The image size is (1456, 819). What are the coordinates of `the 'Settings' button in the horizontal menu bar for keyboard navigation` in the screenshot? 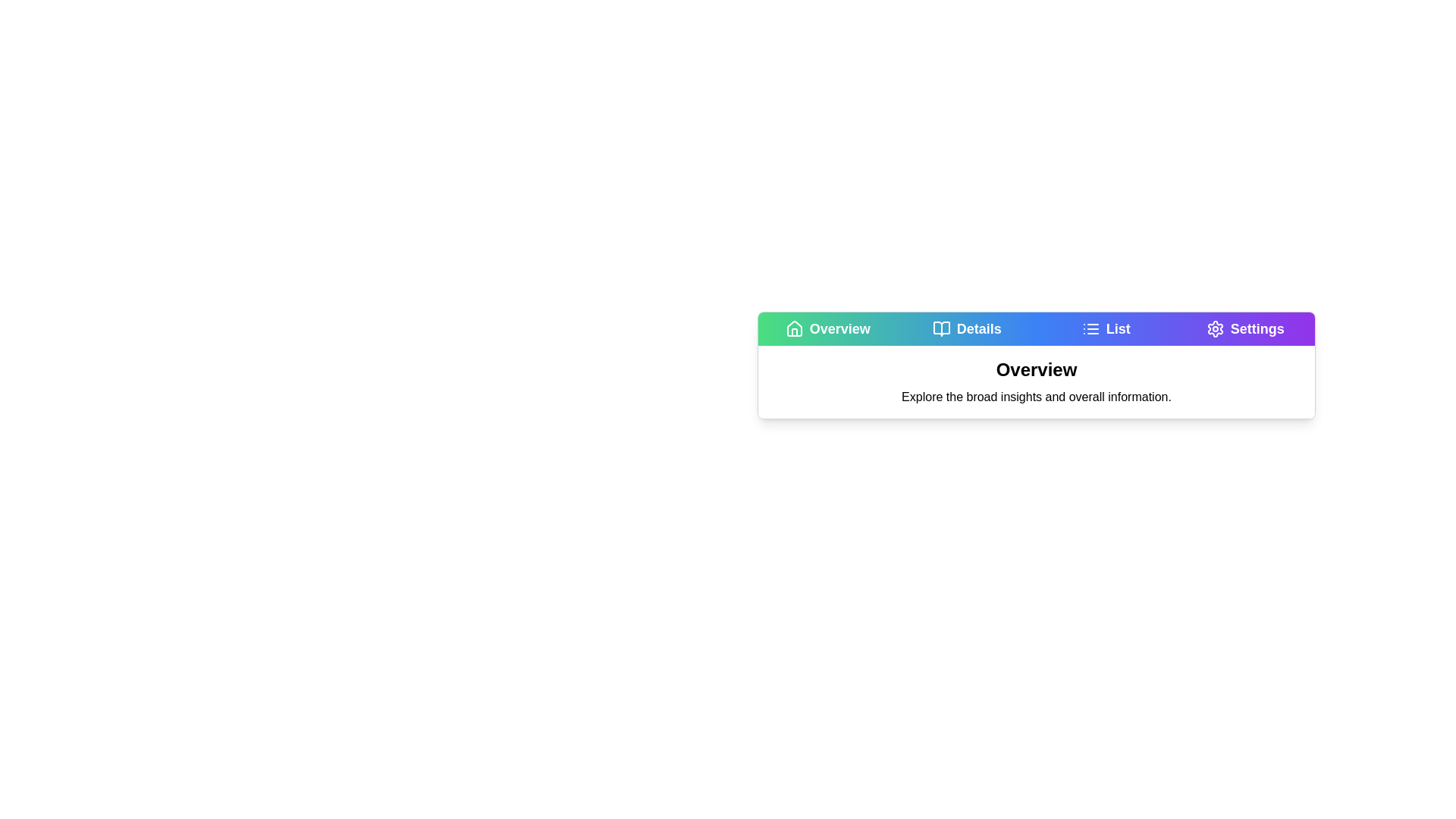 It's located at (1245, 328).